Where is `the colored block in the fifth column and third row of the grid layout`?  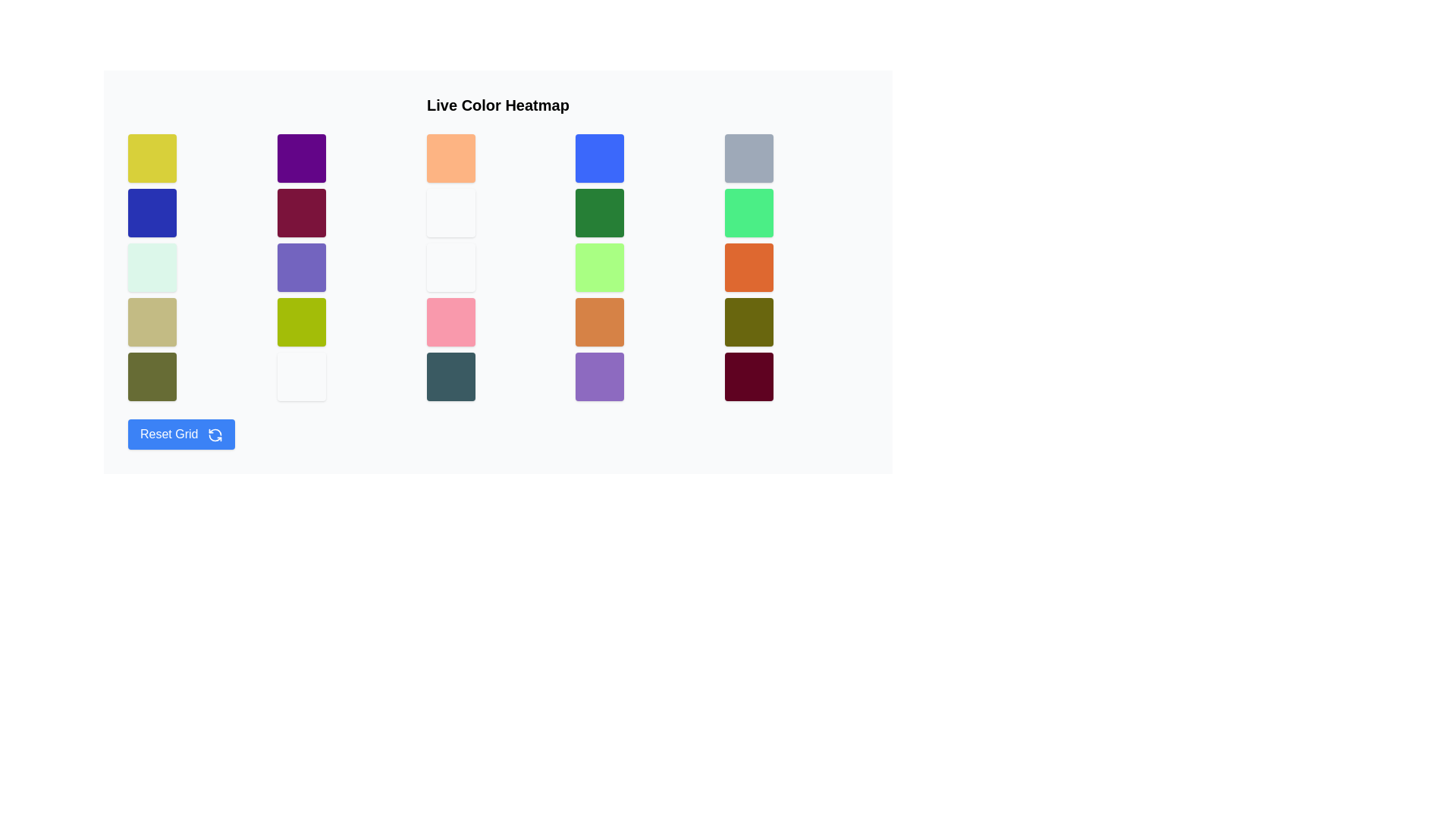 the colored block in the fifth column and third row of the grid layout is located at coordinates (749, 267).